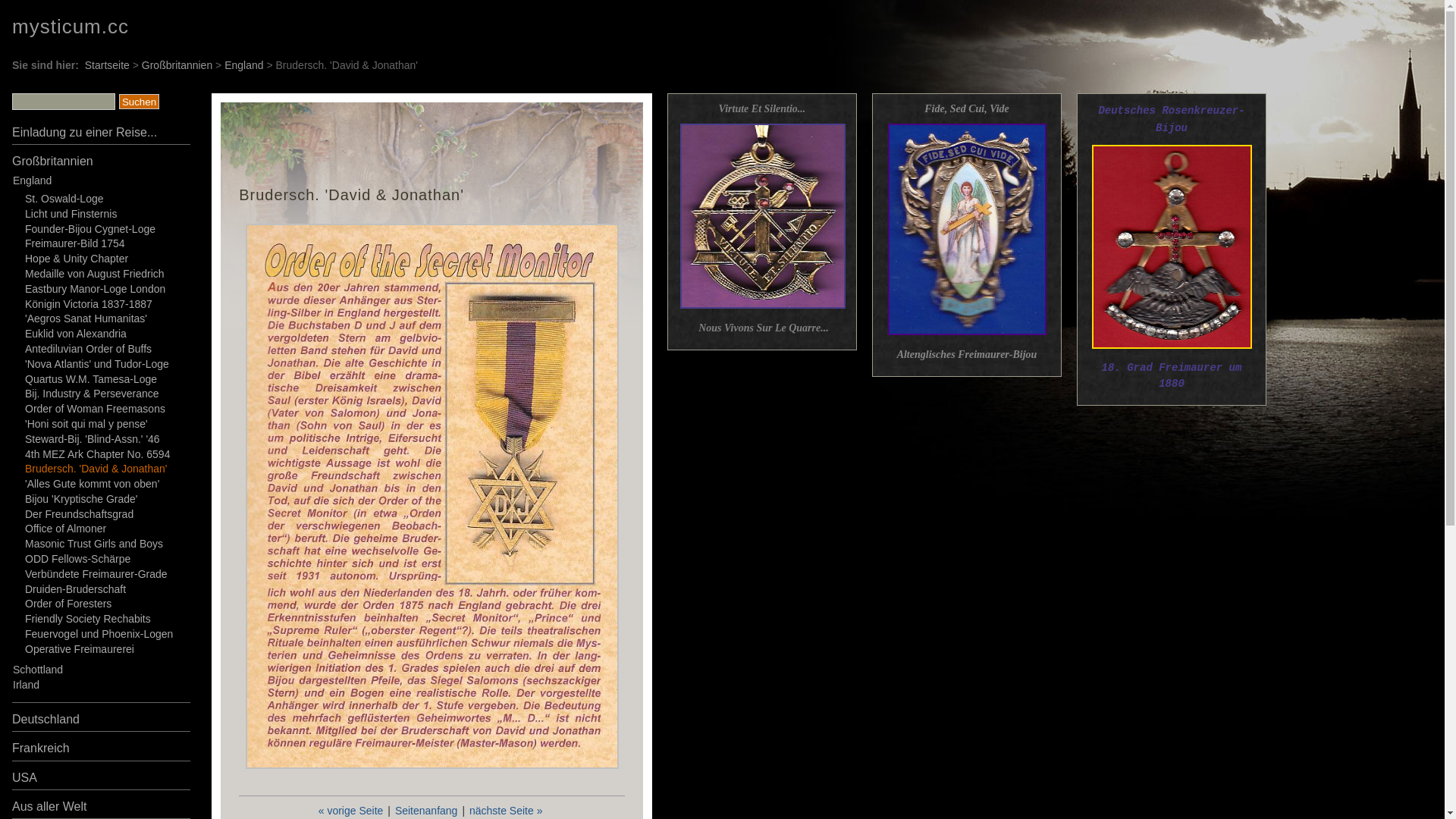  What do you see at coordinates (1171, 246) in the screenshot?
I see `'Rosenkreuzer-Bijou um 1880'` at bounding box center [1171, 246].